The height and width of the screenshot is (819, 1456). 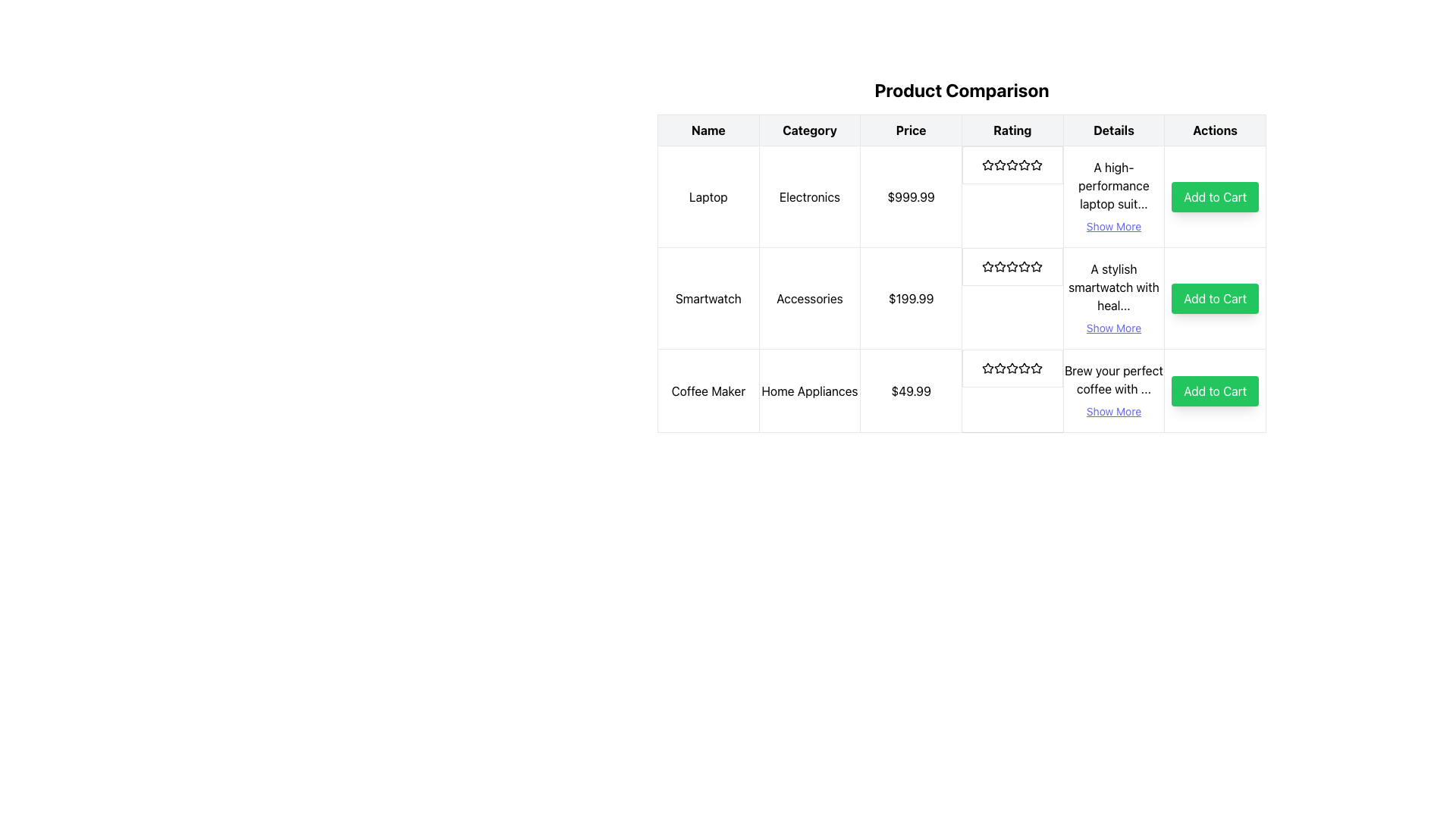 I want to click on the price Text Label displaying the price of the 'Coffee Maker' in the Product Comparison table, so click(x=910, y=390).